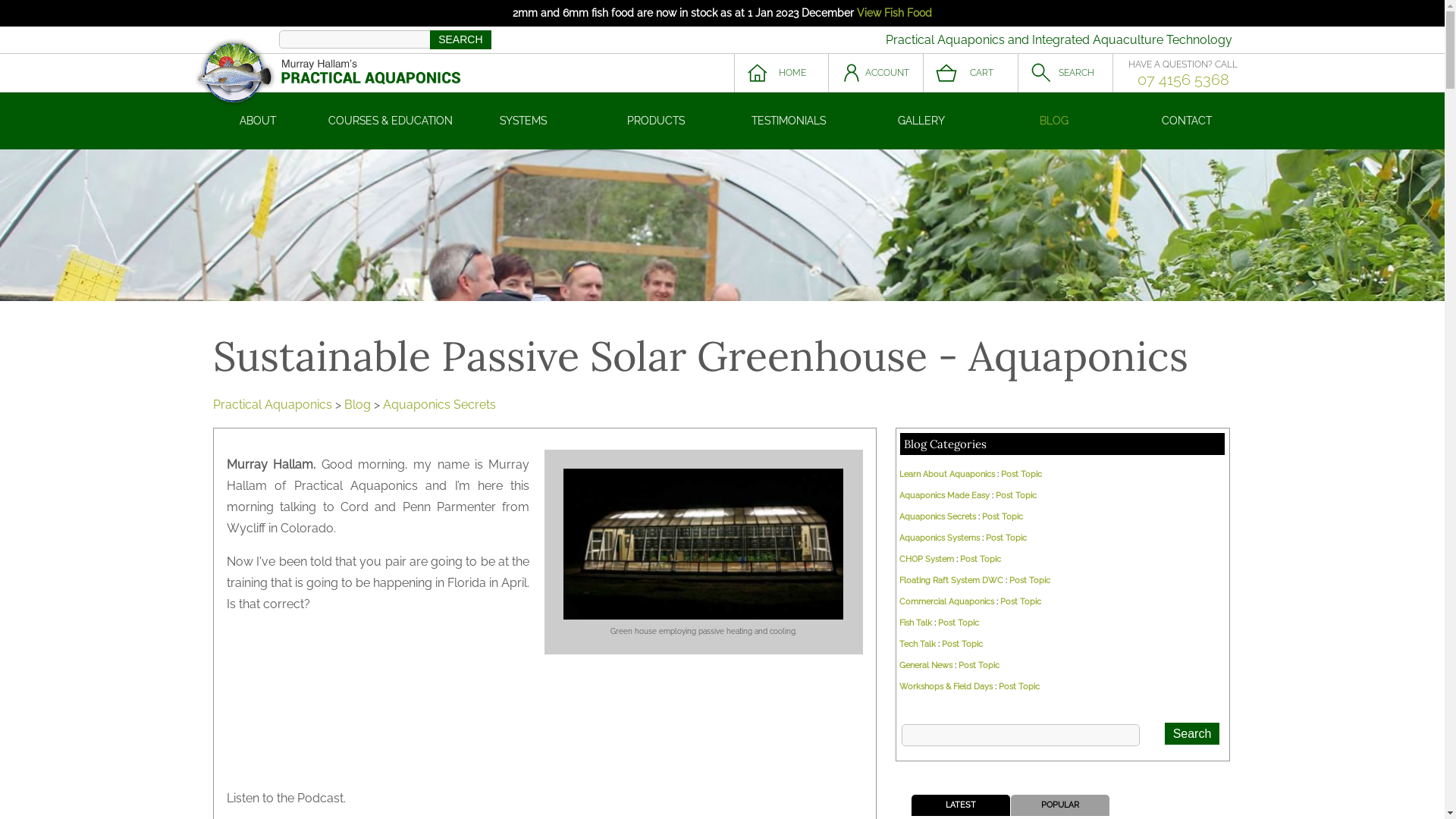 This screenshot has height=819, width=1456. Describe the element at coordinates (391, 120) in the screenshot. I see `'COURSES & EDUCATION'` at that location.